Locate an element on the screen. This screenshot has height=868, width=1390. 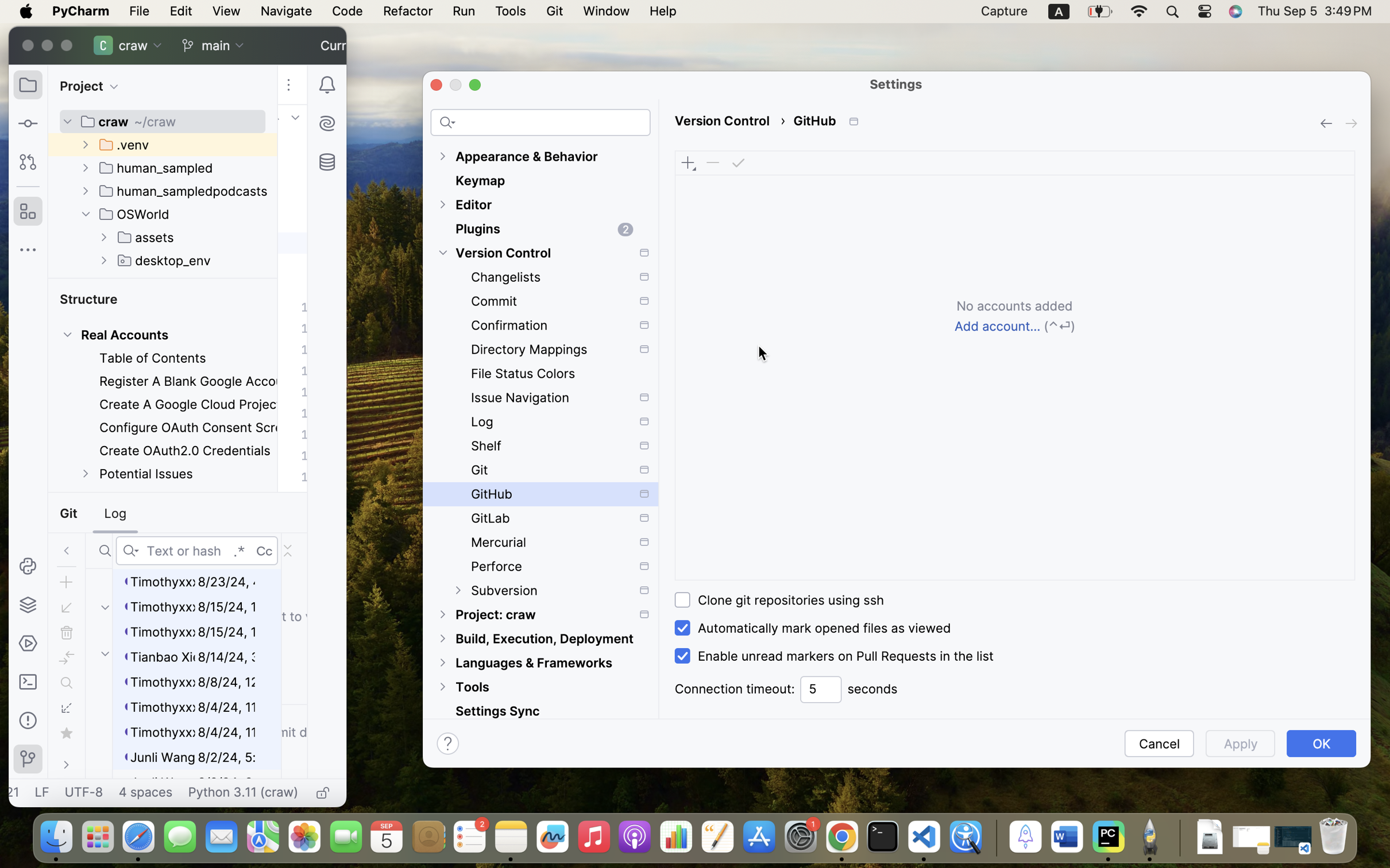
'5' is located at coordinates (820, 689).